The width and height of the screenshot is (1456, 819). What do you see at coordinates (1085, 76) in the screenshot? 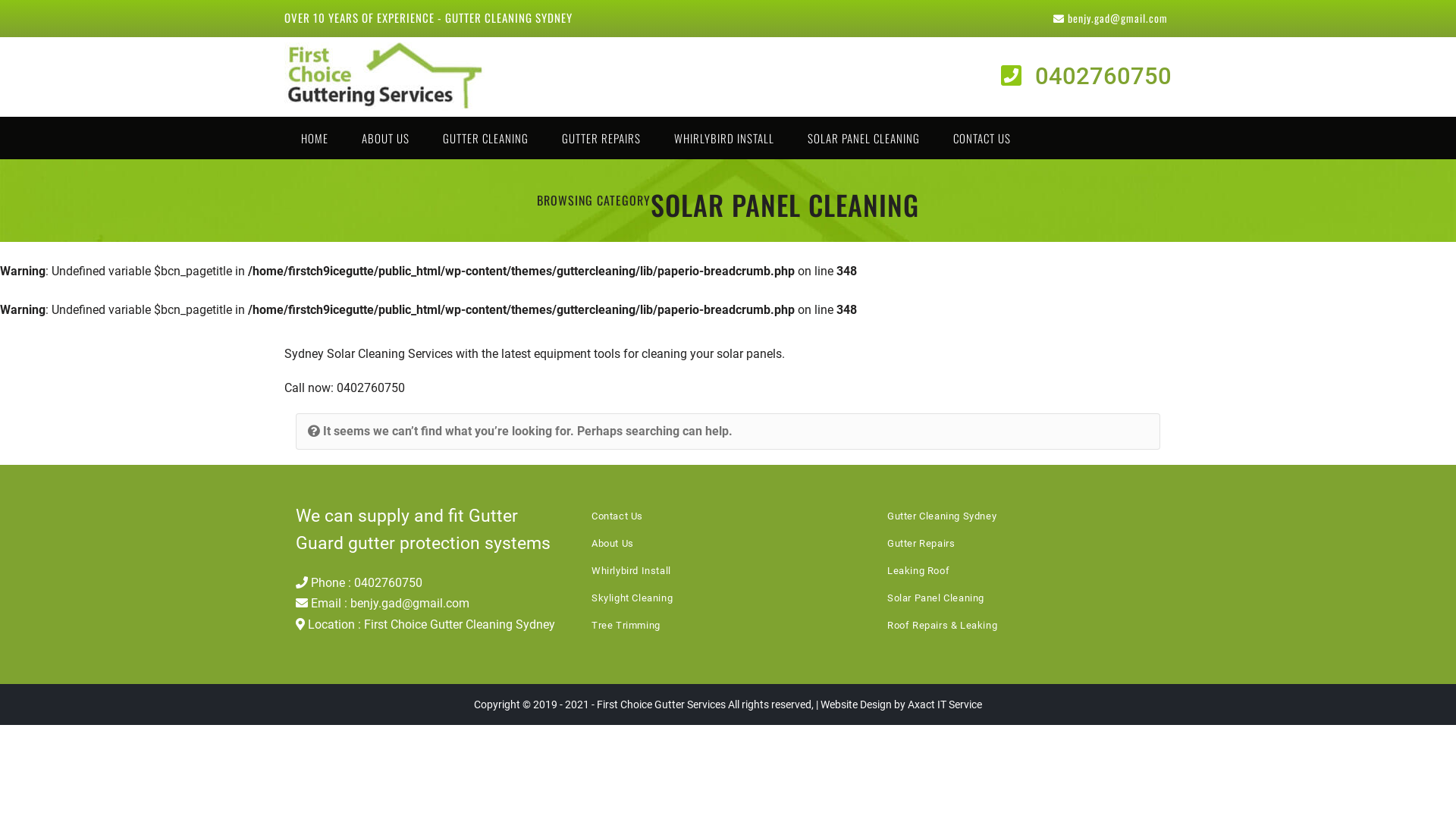
I see `'0402760750'` at bounding box center [1085, 76].